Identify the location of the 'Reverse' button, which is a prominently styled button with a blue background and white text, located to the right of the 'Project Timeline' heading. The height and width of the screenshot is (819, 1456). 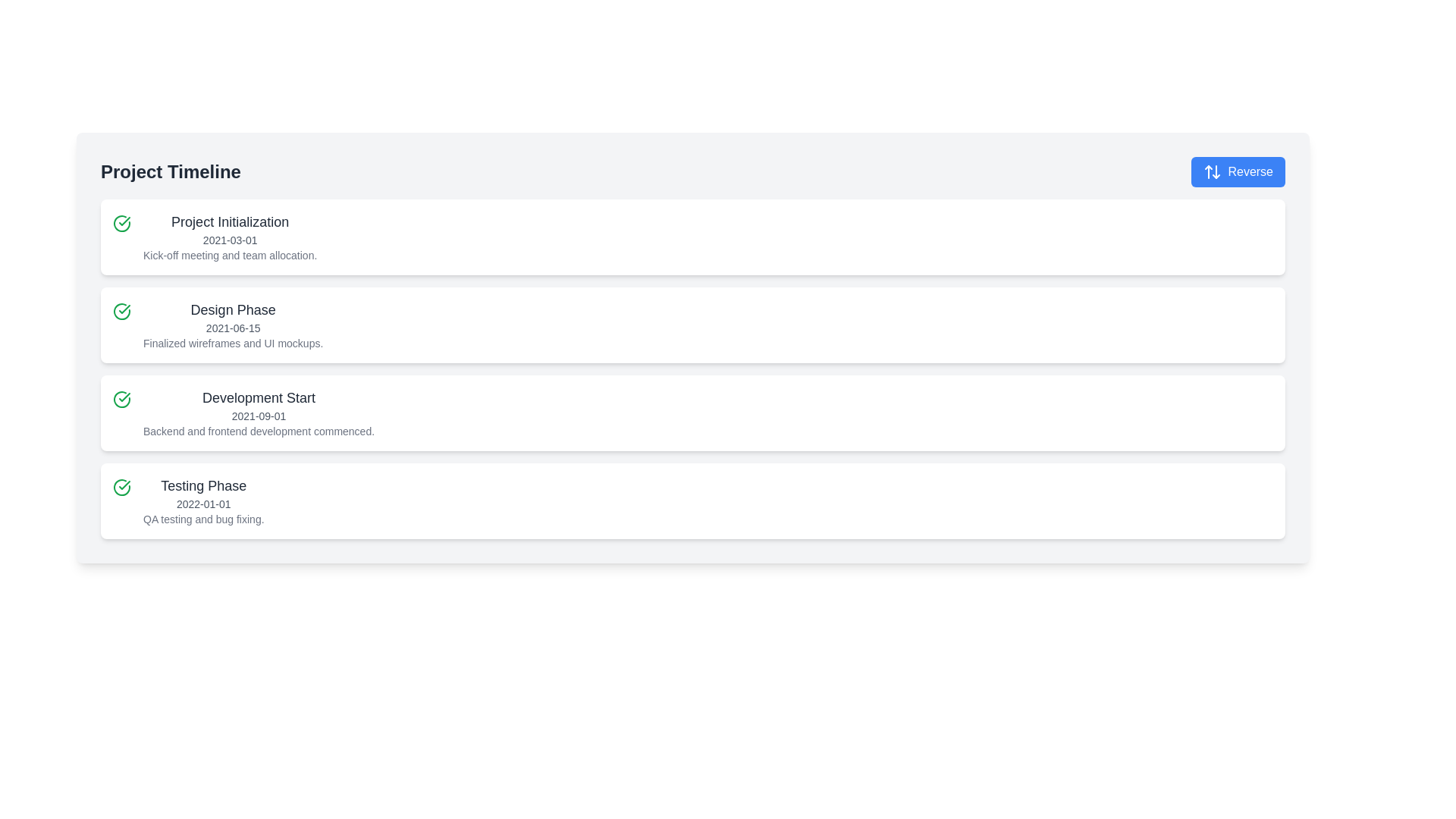
(1238, 171).